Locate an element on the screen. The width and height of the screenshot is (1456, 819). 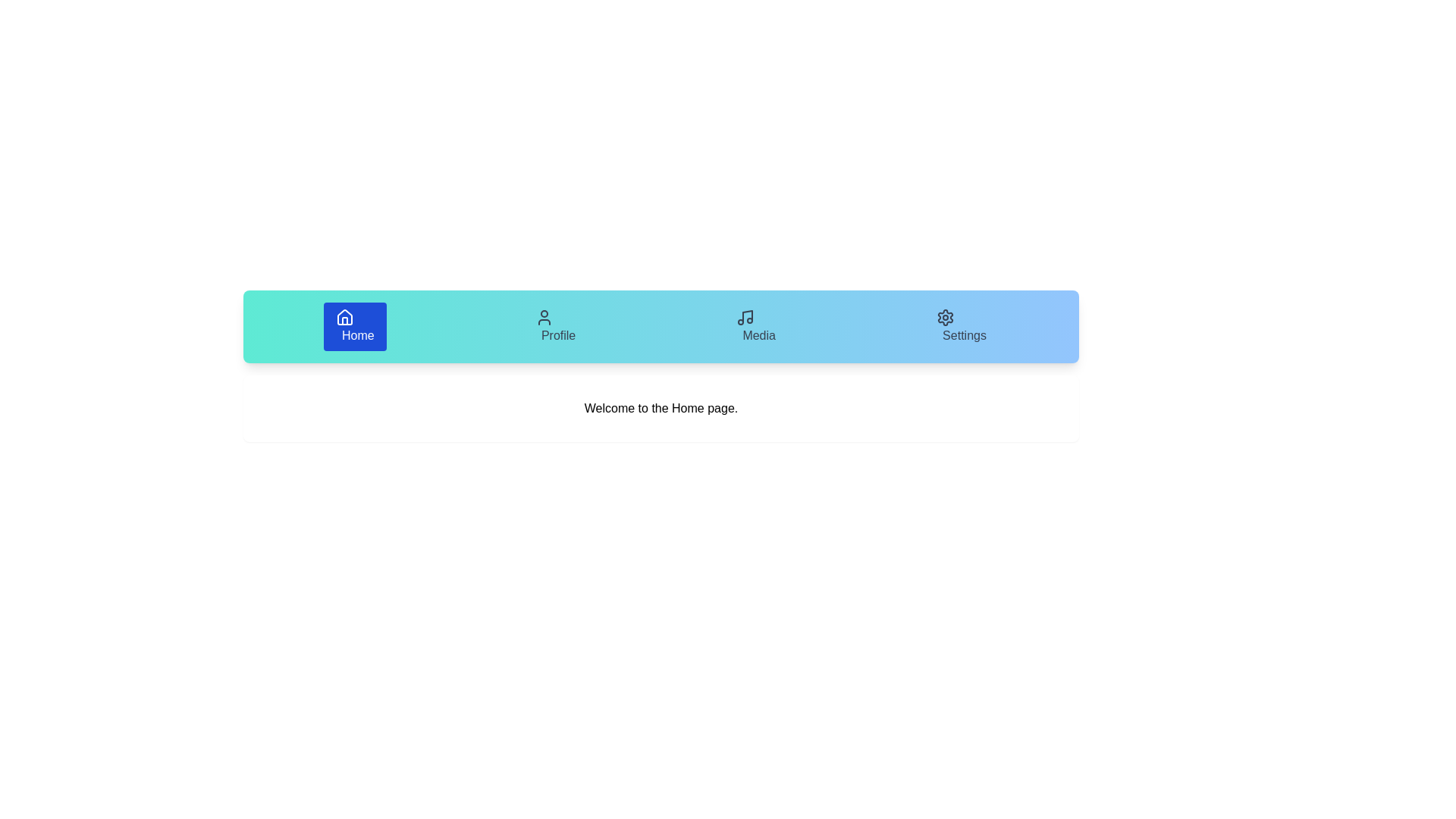
the tab labeled Profile to view its content is located at coordinates (554, 326).